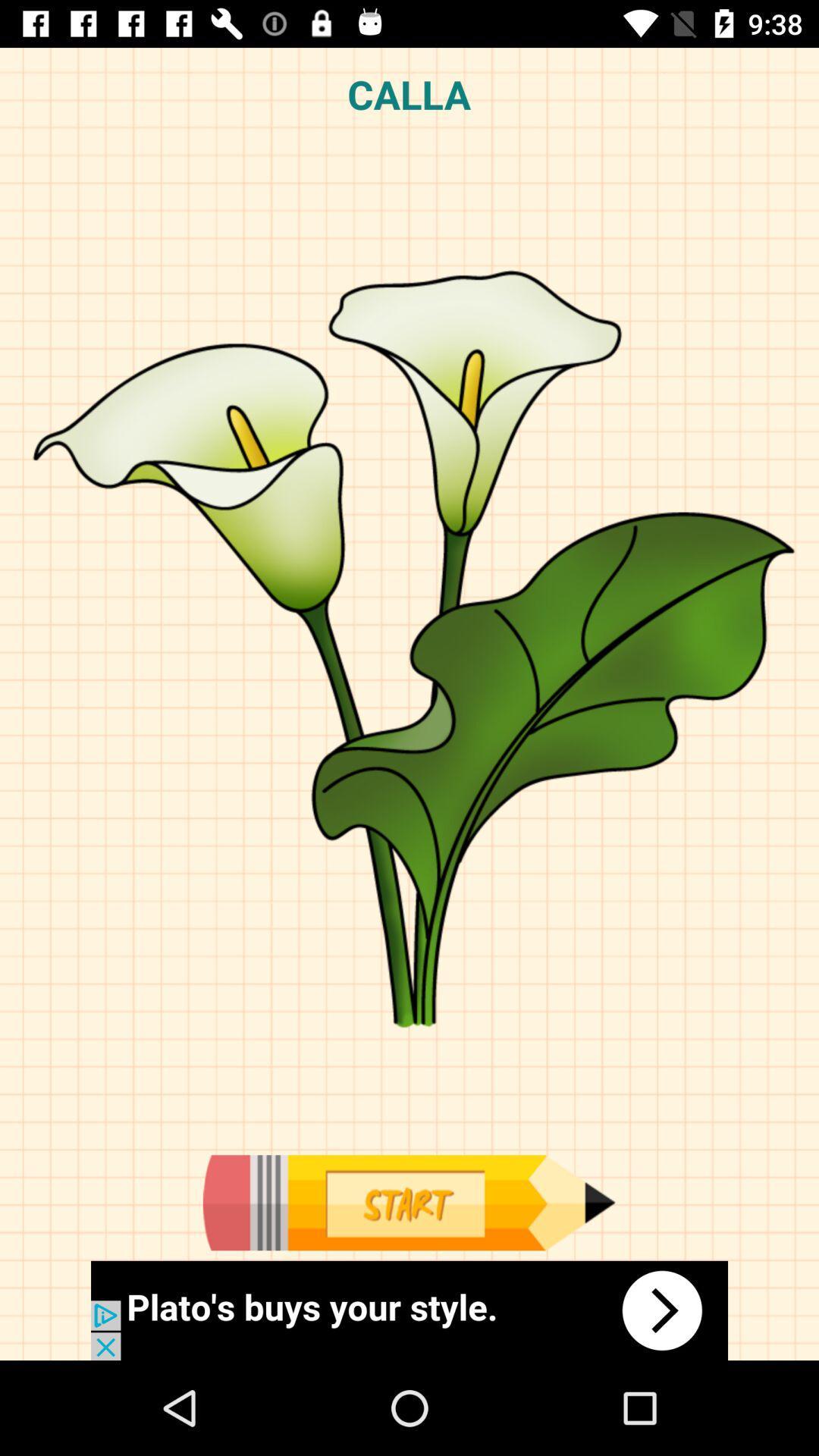 This screenshot has width=819, height=1456. I want to click on start button, so click(408, 1202).